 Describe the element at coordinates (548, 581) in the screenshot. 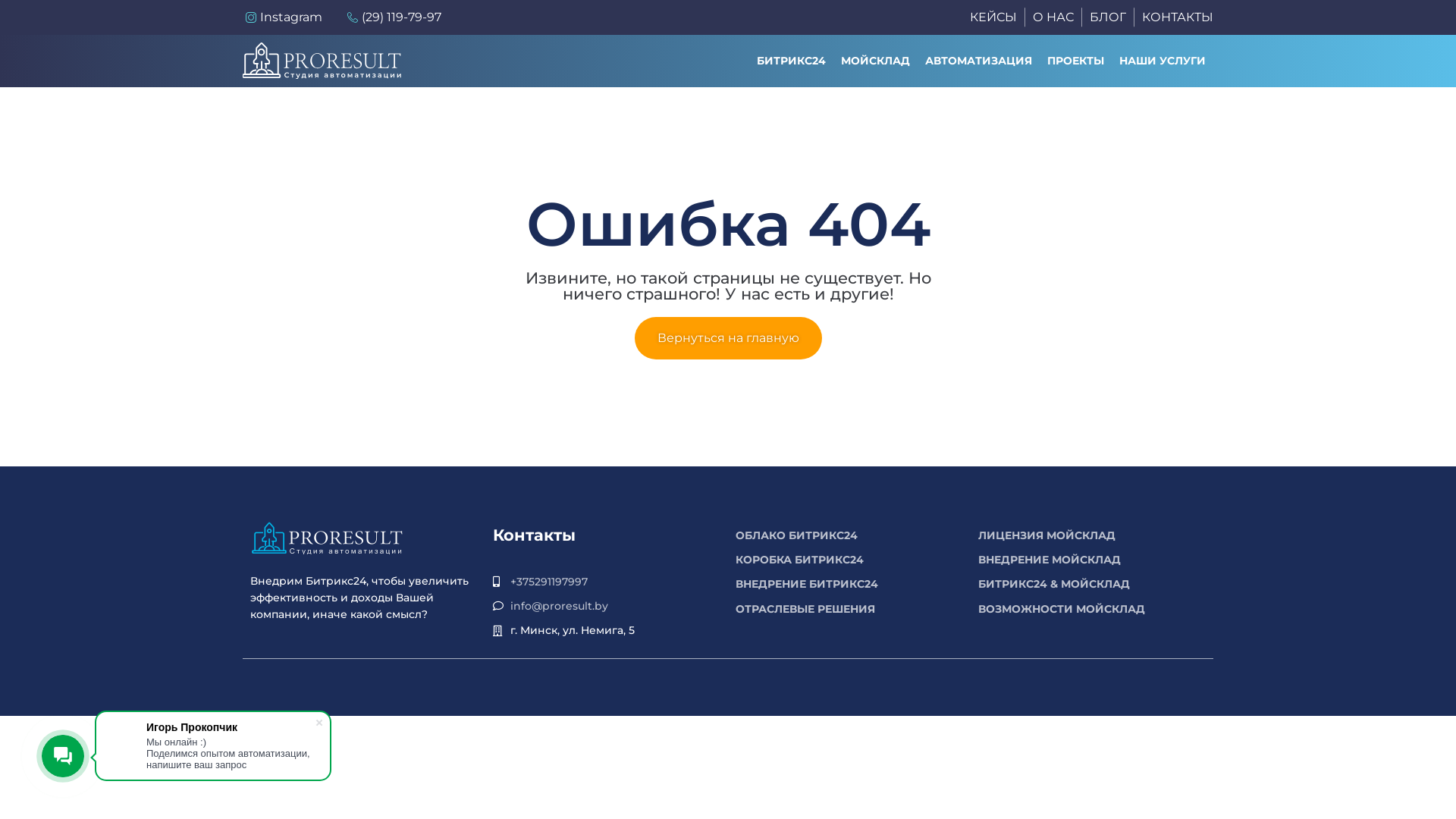

I see `'+375291197997'` at that location.